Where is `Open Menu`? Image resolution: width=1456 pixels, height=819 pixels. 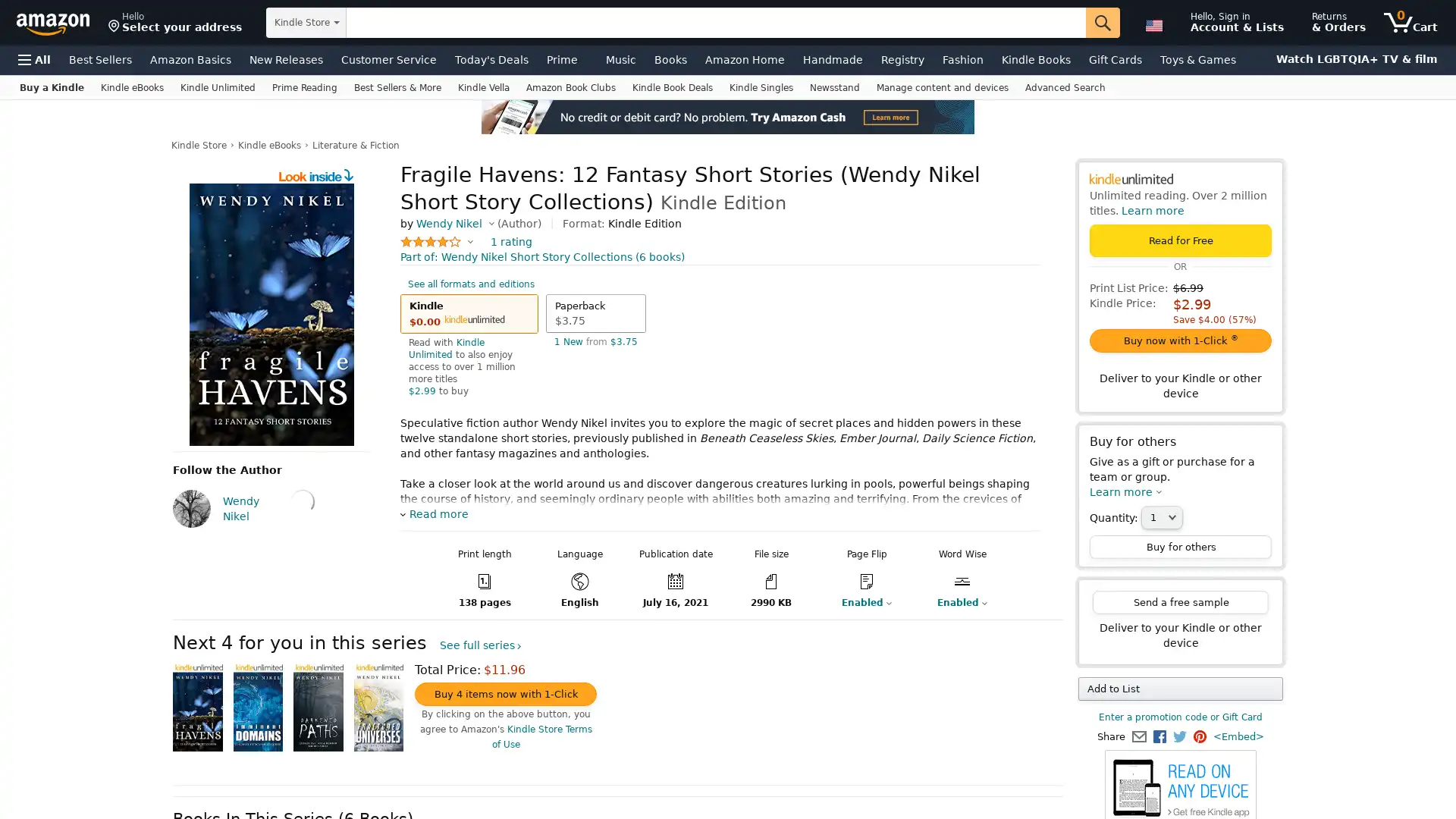 Open Menu is located at coordinates (34, 58).